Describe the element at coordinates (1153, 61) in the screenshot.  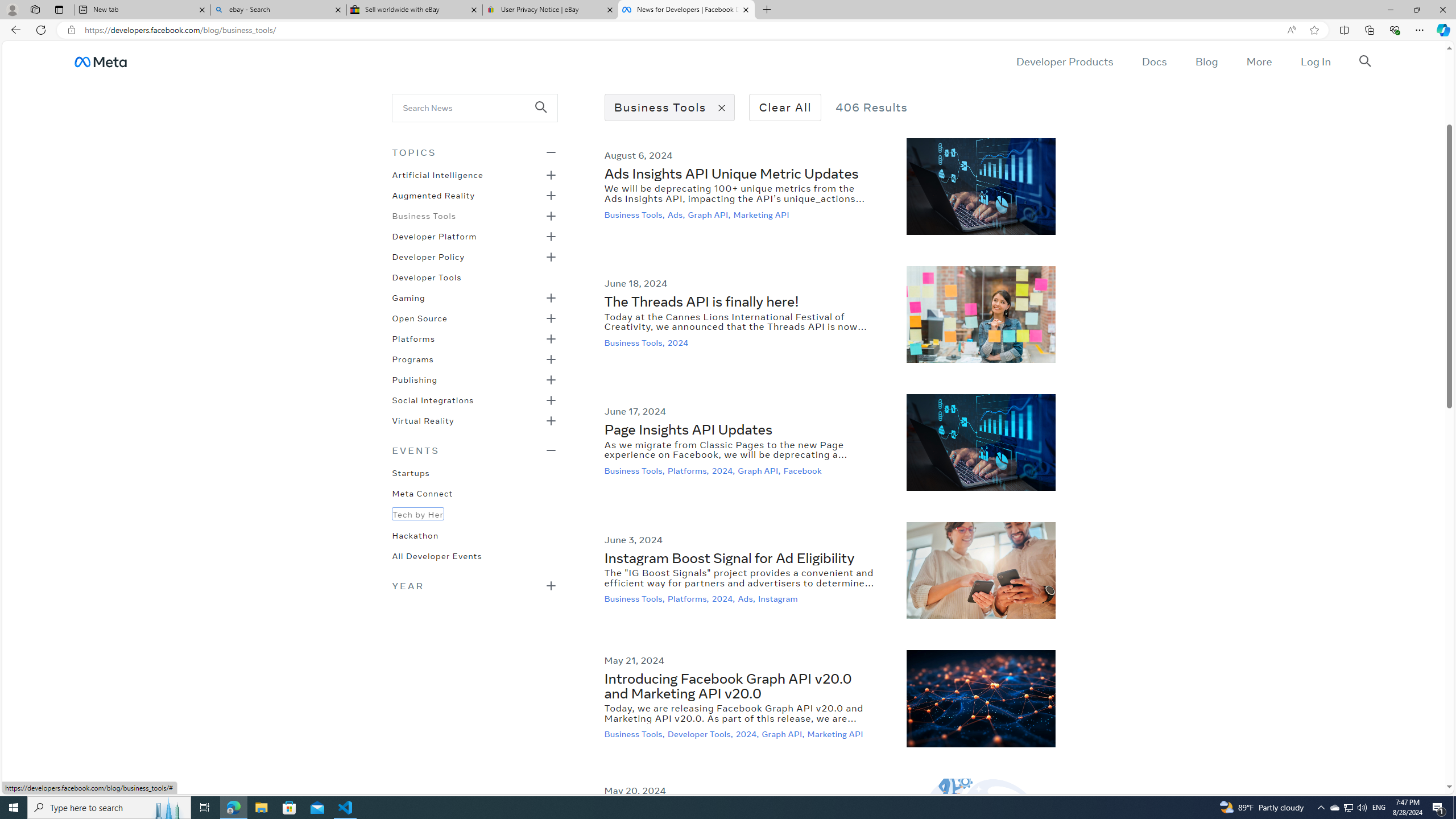
I see `'Docs'` at that location.